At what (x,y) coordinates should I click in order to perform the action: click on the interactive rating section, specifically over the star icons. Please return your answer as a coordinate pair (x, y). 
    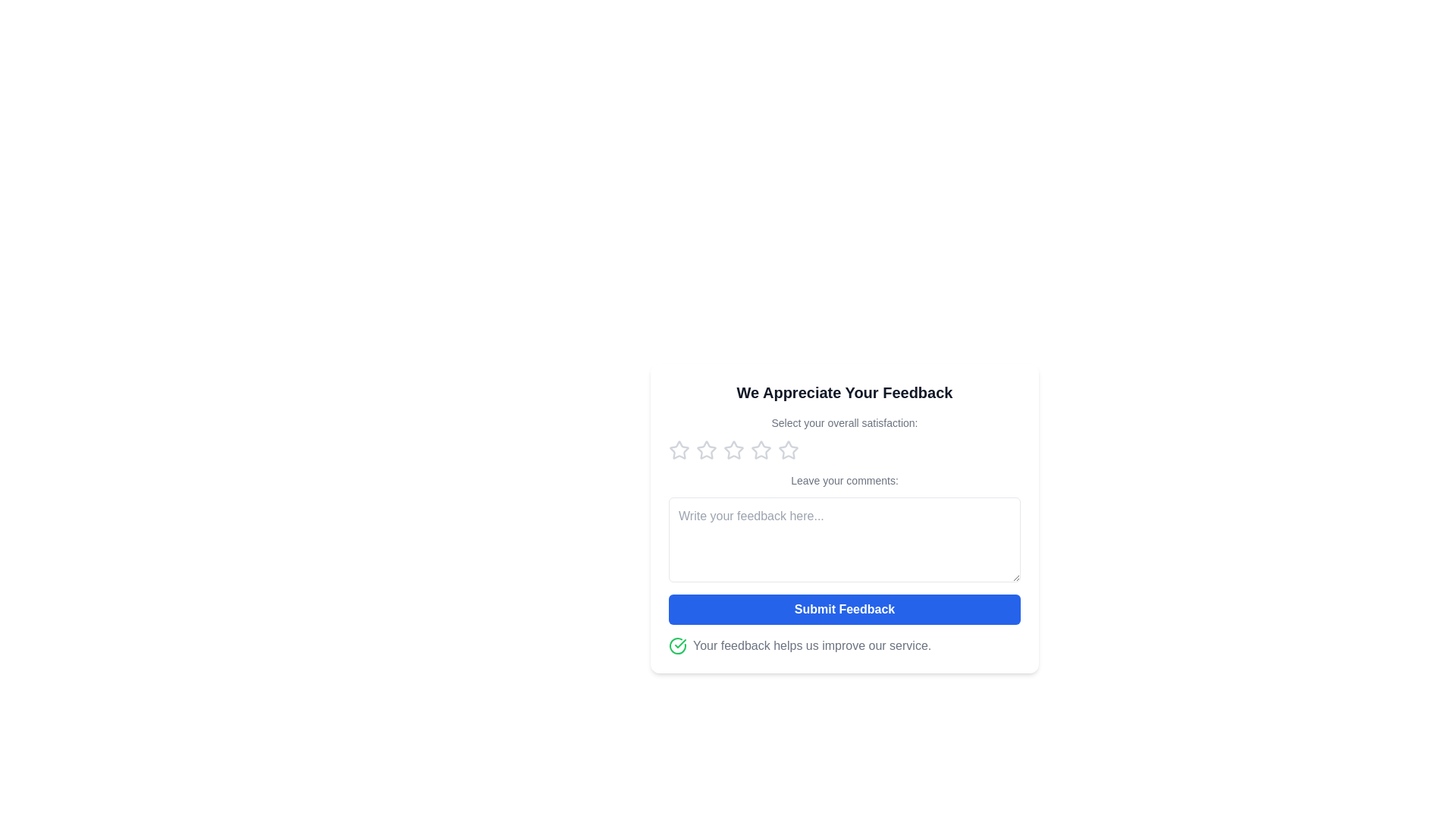
    Looking at the image, I should click on (843, 438).